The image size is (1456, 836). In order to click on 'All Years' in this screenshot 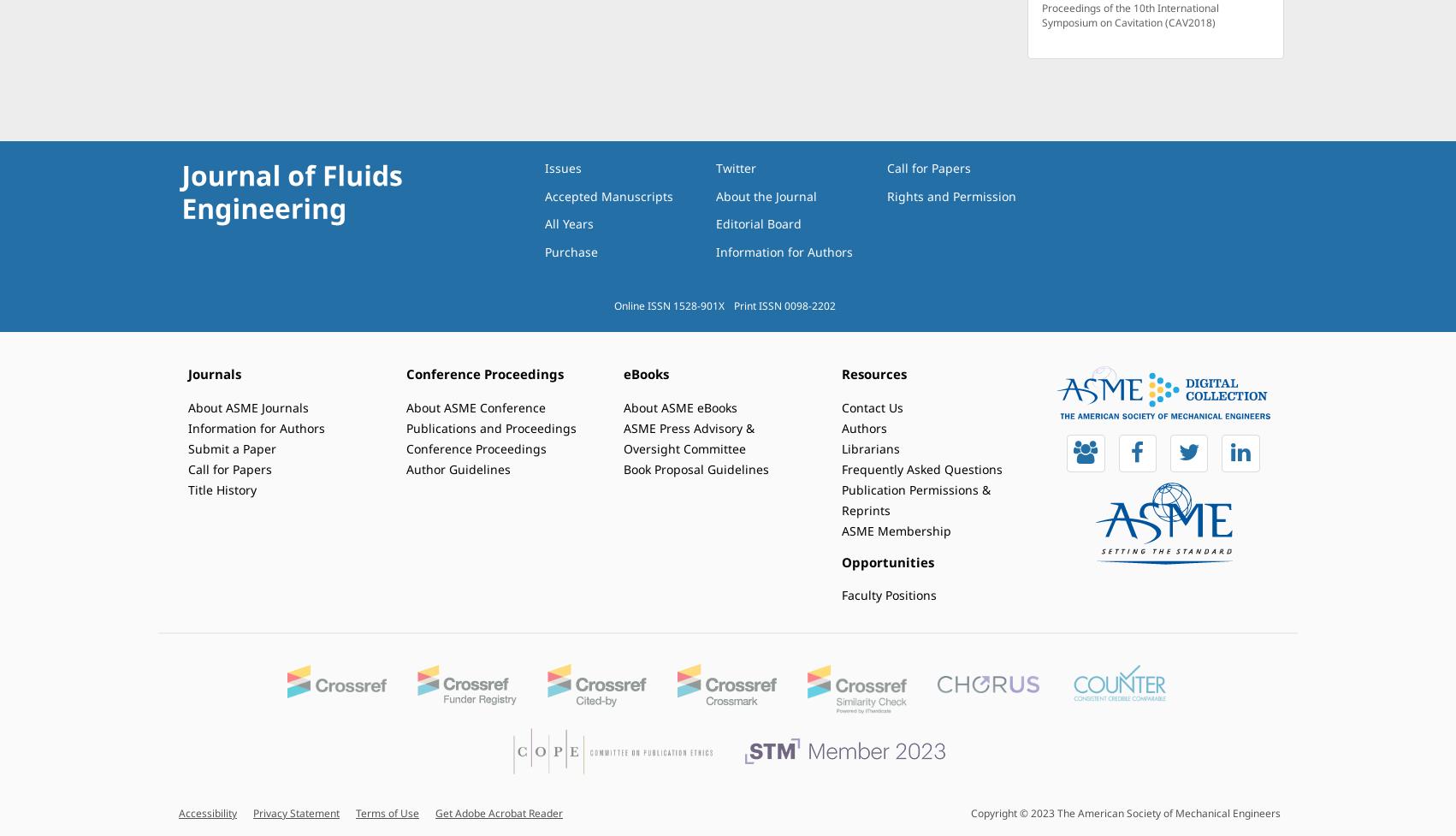, I will do `click(569, 222)`.